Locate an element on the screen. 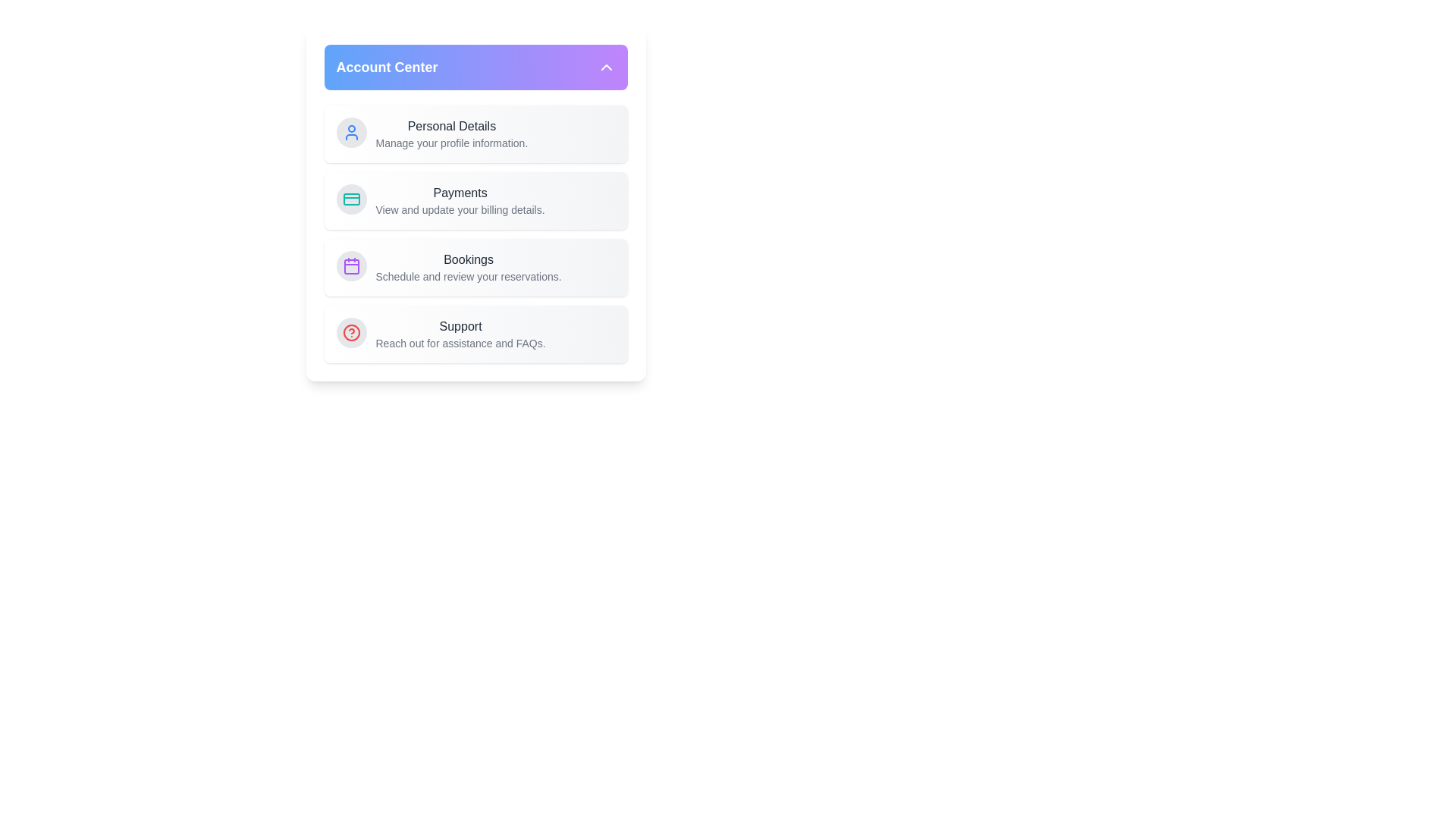  the 'Payments' menu item is located at coordinates (460, 192).